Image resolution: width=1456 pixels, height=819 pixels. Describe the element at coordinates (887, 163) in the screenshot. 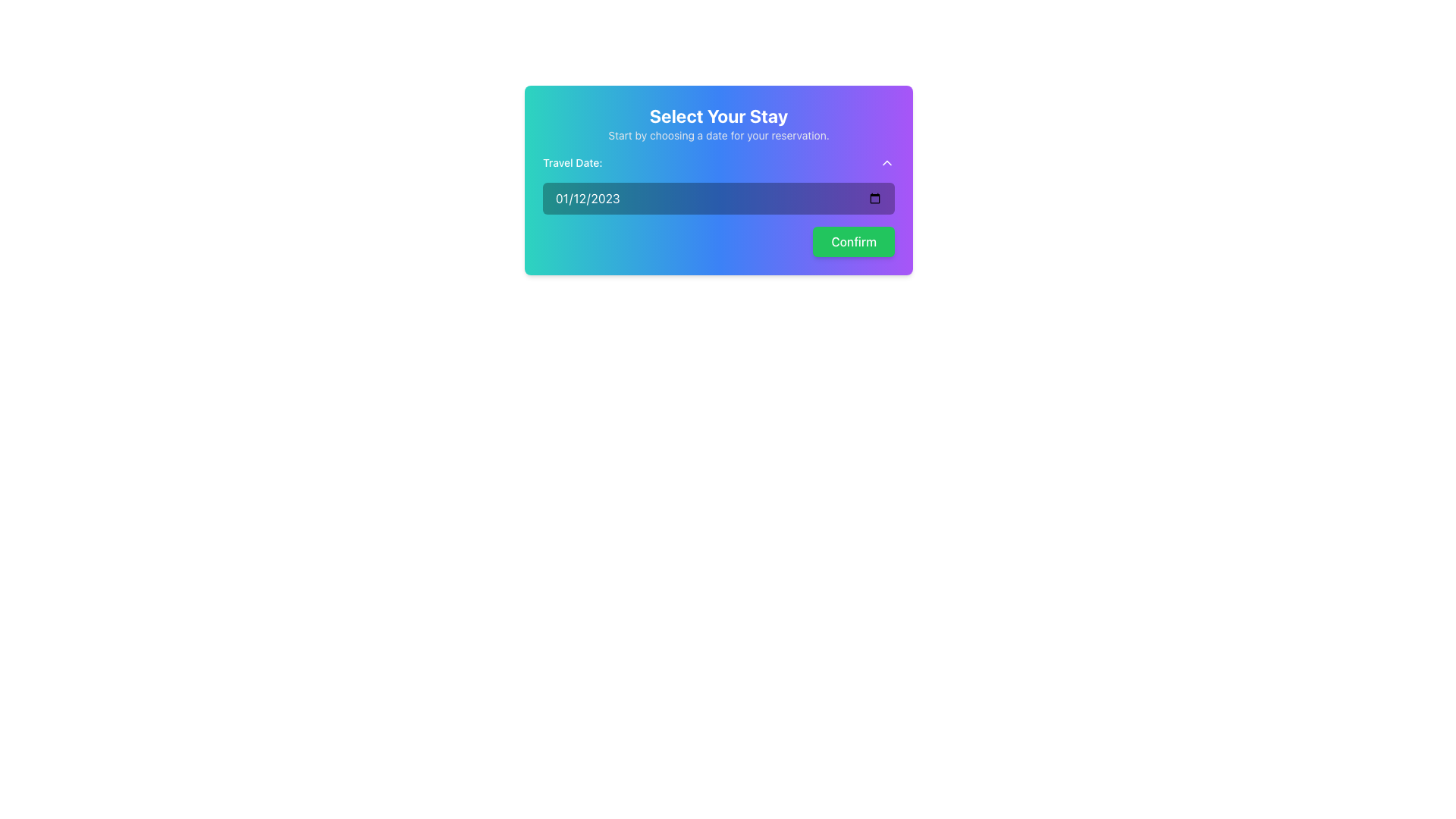

I see `the upward chevron icon button located to the right of the 'Travel Date:' label` at that location.